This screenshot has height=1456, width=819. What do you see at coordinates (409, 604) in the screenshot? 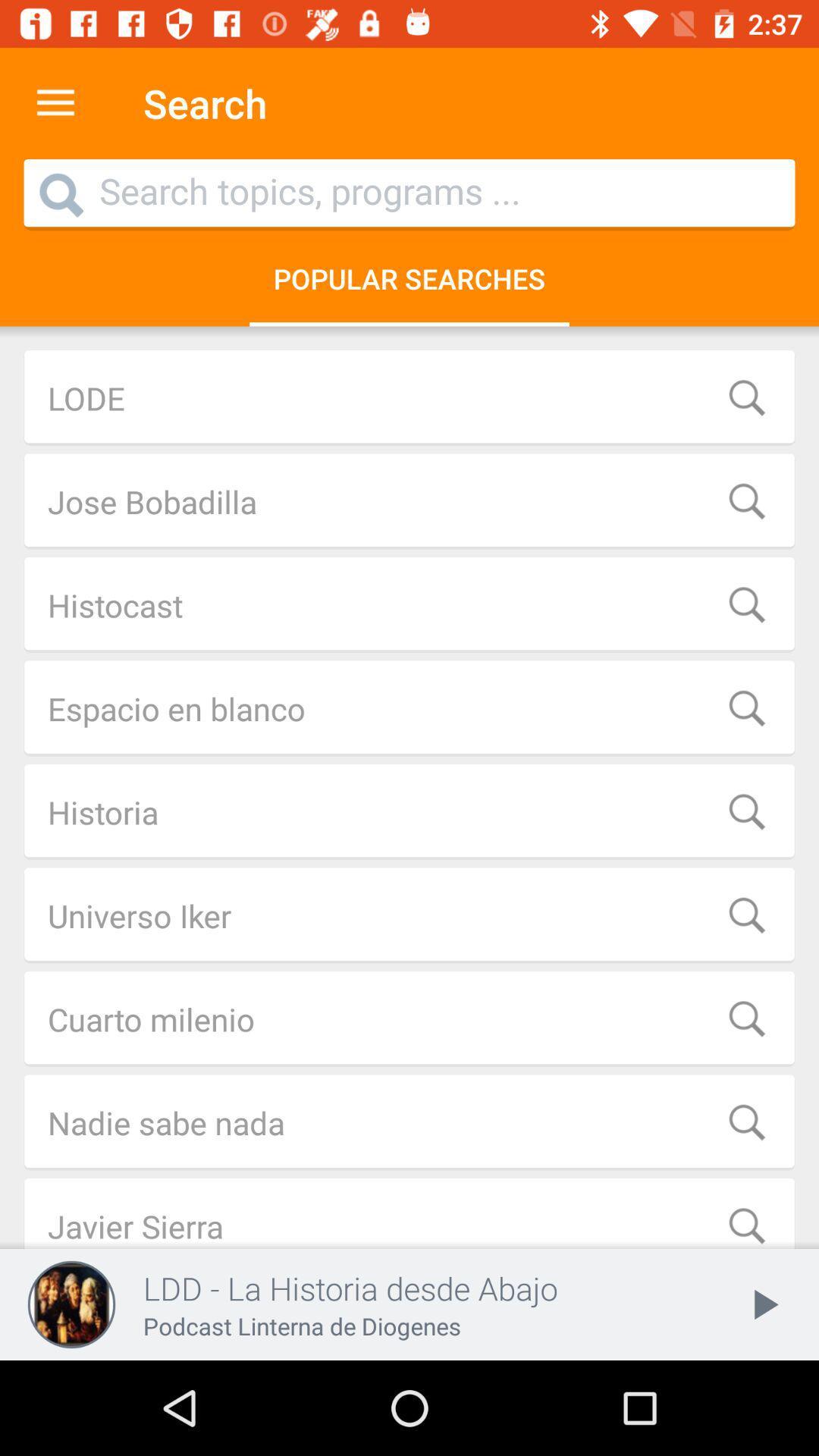
I see `the icon below the jose bobadilla` at bounding box center [409, 604].